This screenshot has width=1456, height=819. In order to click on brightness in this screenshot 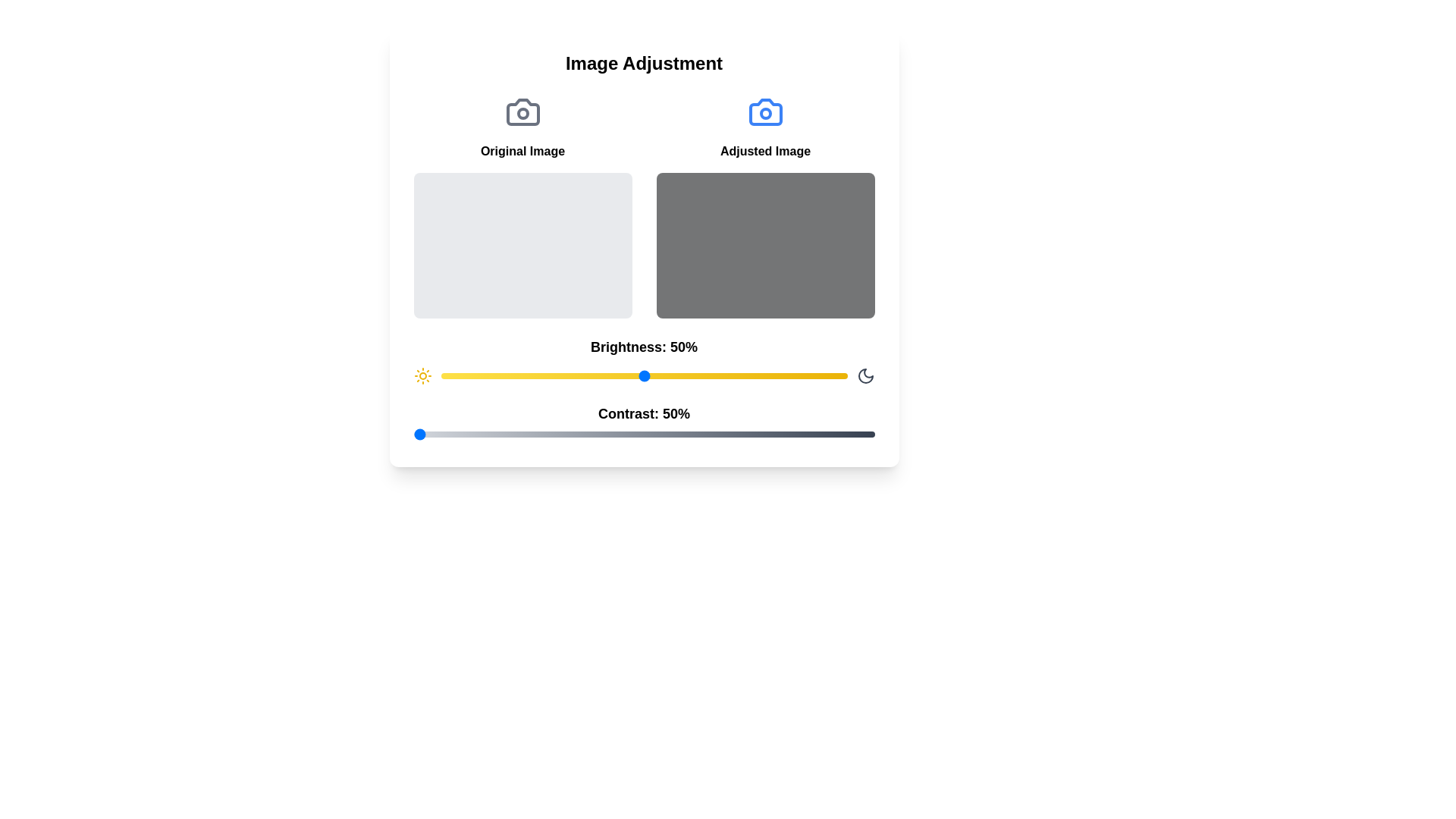, I will do `click(696, 375)`.